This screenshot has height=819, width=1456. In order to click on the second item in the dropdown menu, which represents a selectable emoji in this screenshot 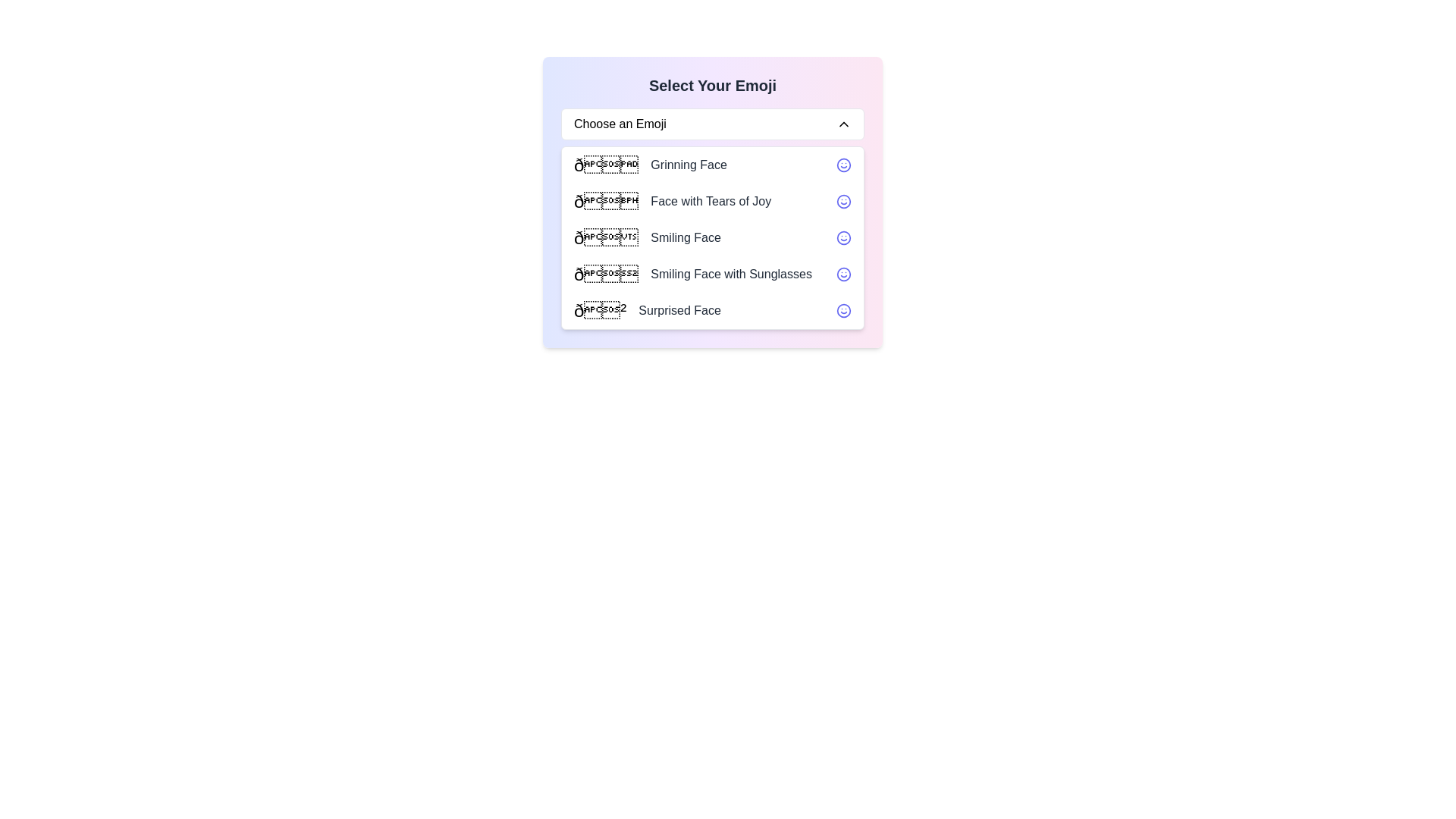, I will do `click(672, 201)`.